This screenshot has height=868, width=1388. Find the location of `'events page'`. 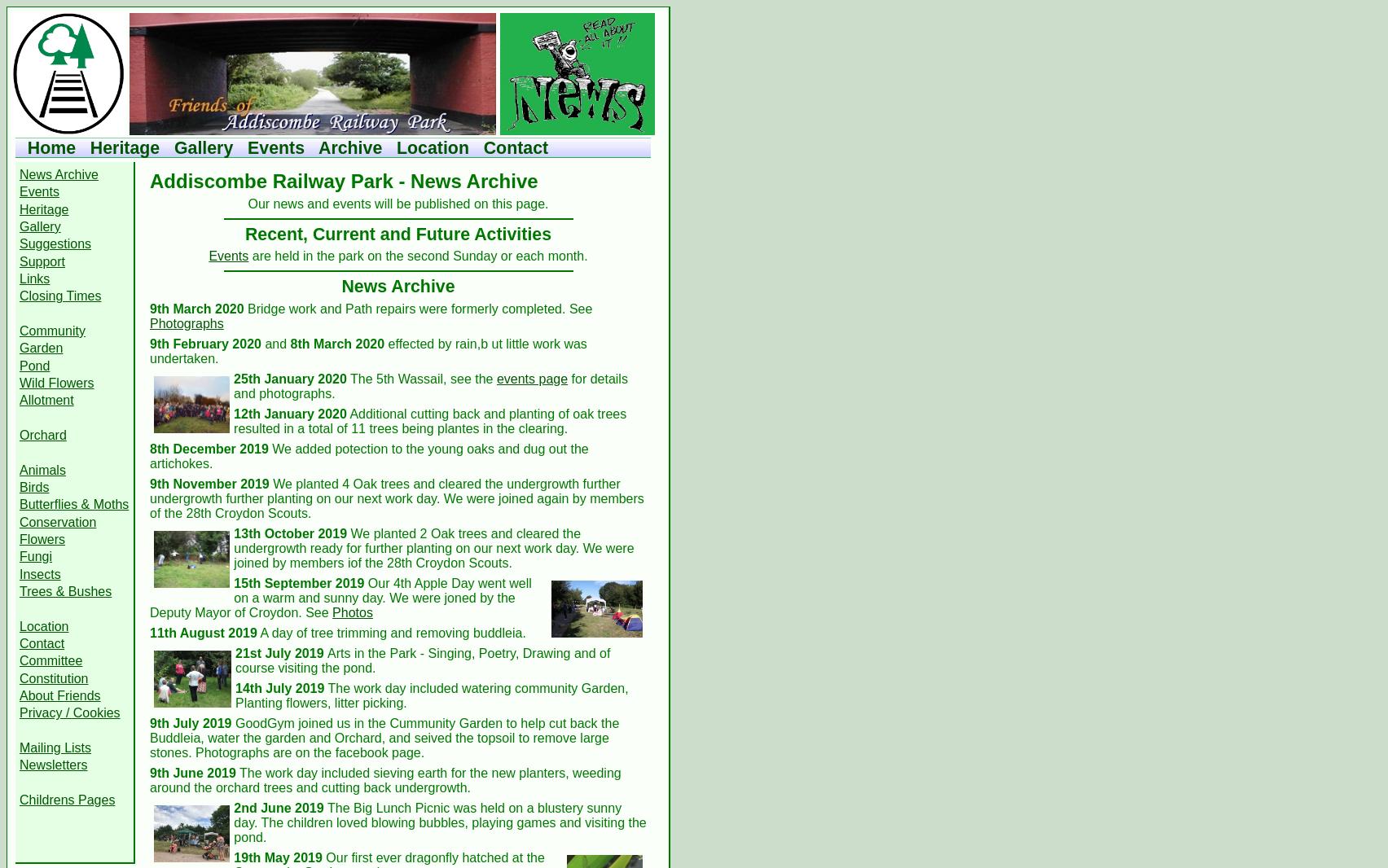

'events page' is located at coordinates (530, 378).